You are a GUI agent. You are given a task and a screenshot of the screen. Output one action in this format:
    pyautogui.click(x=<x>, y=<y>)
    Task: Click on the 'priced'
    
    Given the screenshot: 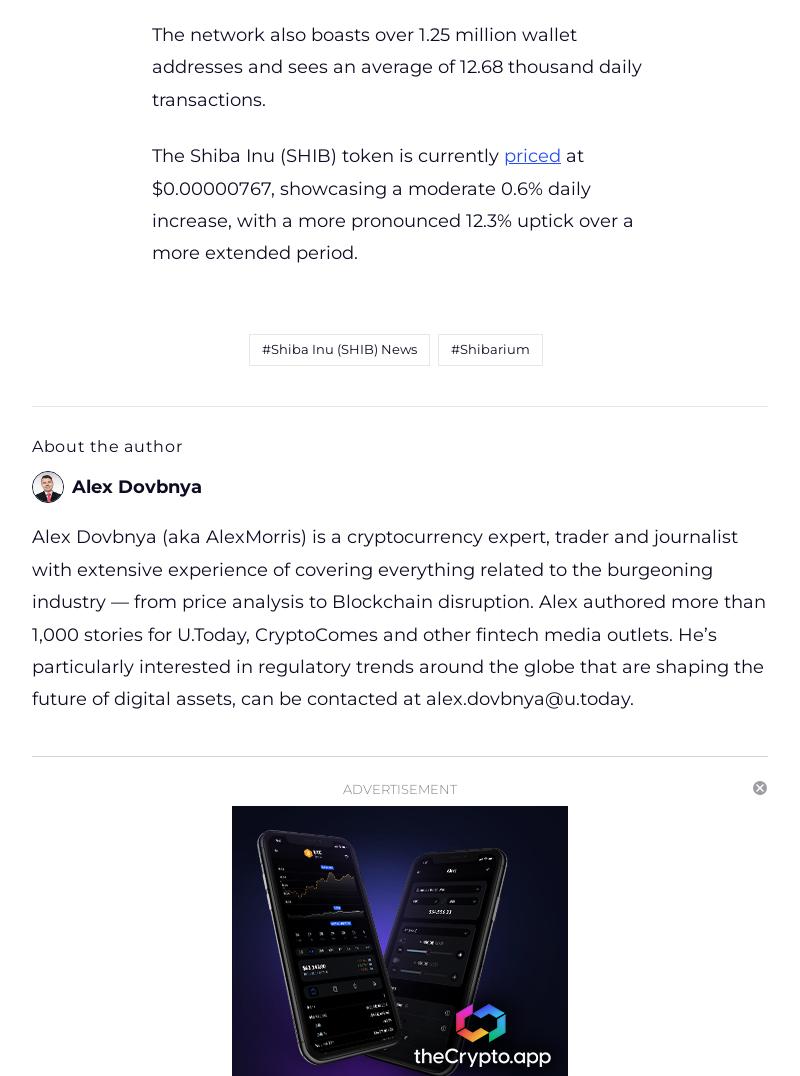 What is the action you would take?
    pyautogui.click(x=531, y=156)
    